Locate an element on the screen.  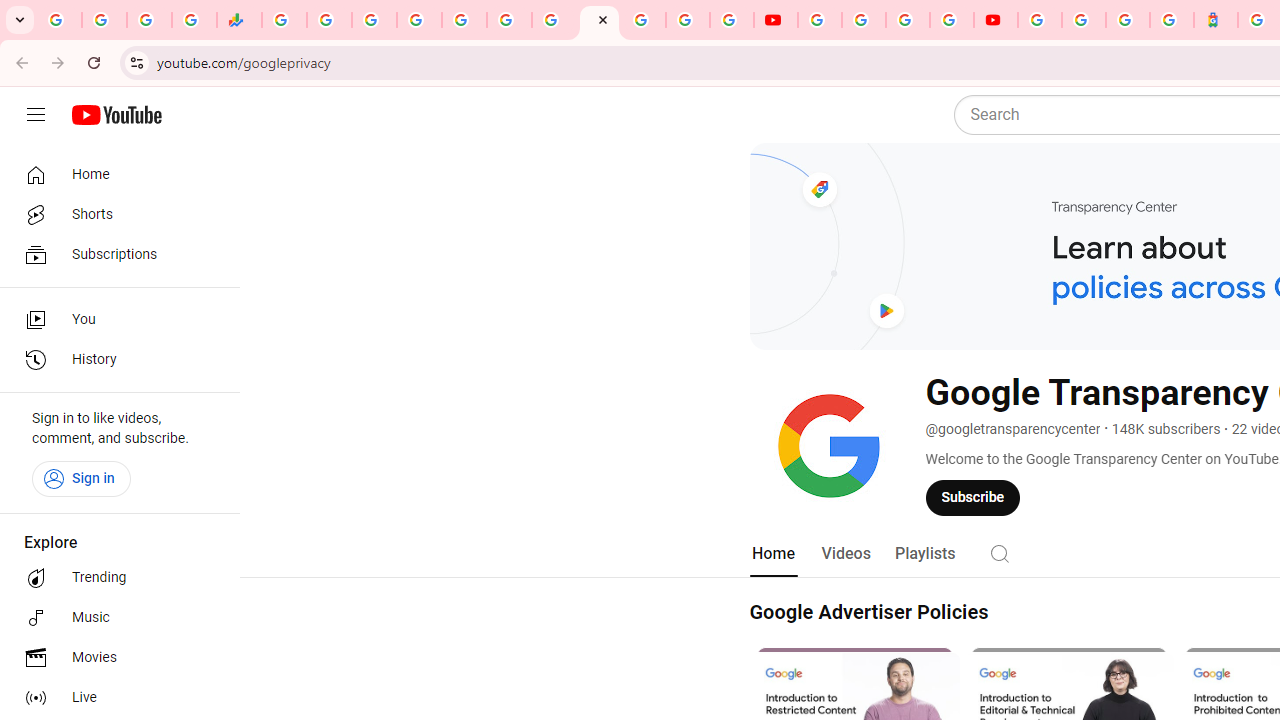
'YouTube' is located at coordinates (774, 20).